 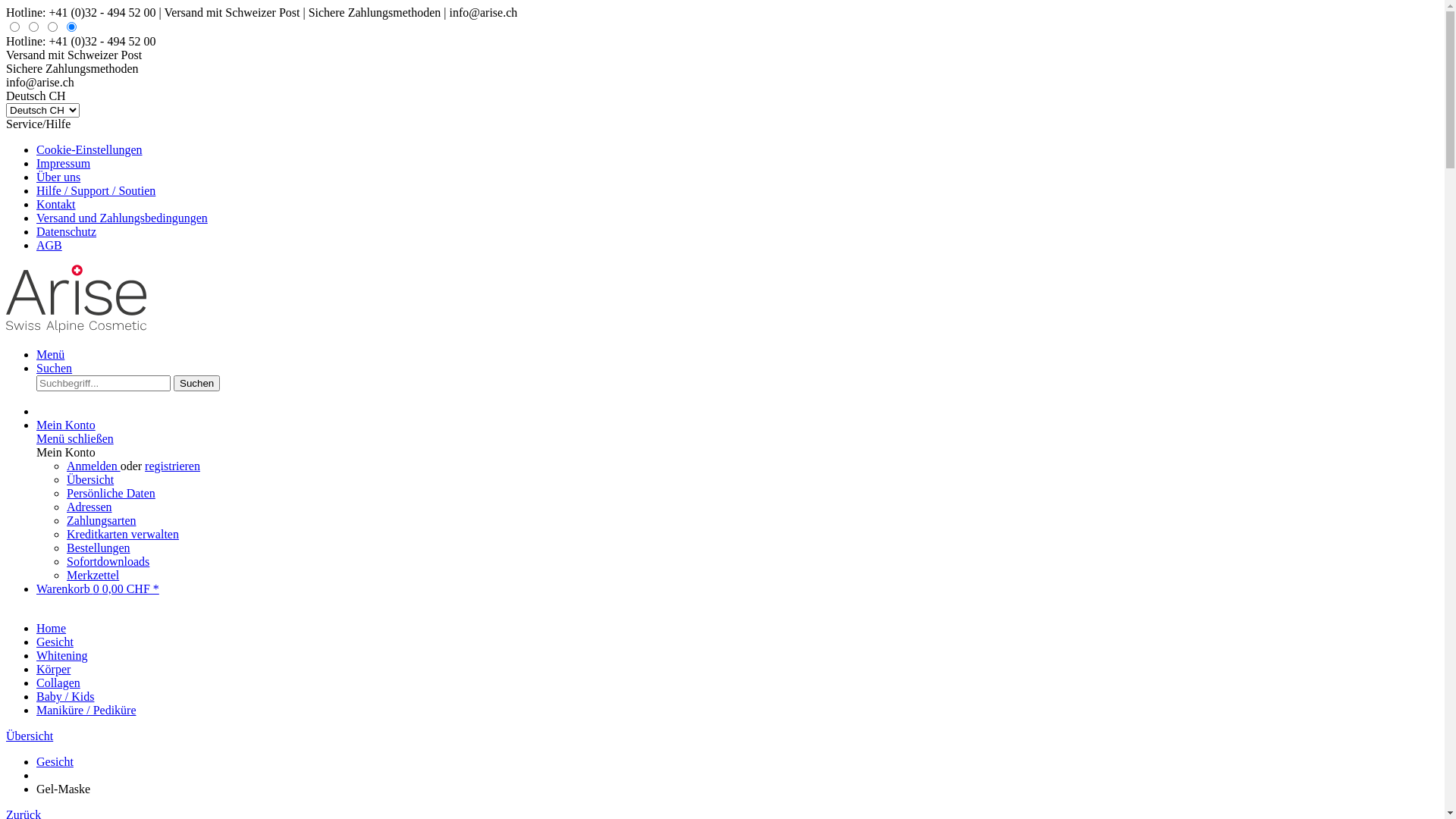 What do you see at coordinates (51, 628) in the screenshot?
I see `'Home'` at bounding box center [51, 628].